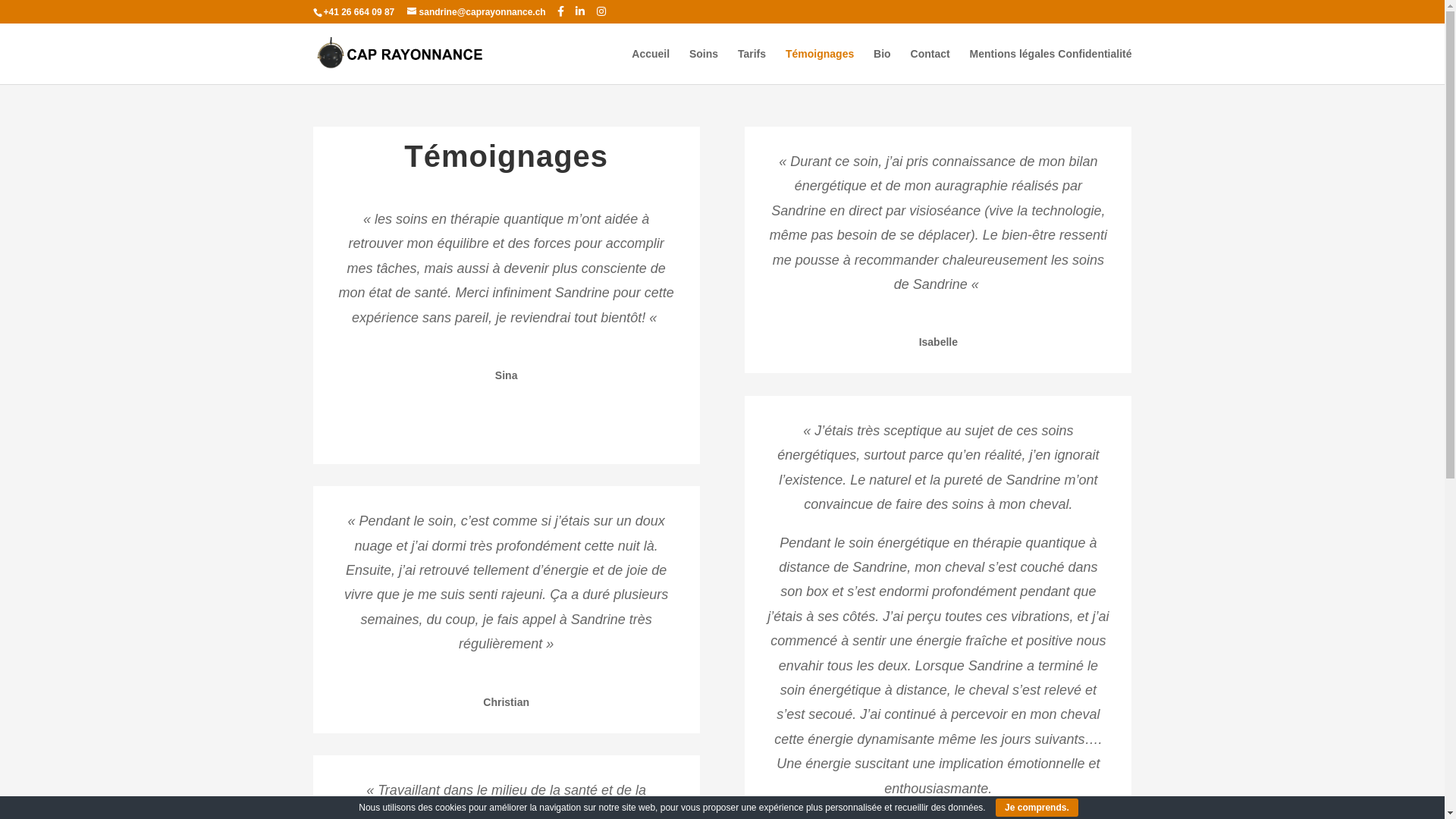 The width and height of the screenshot is (1456, 819). What do you see at coordinates (996, 806) in the screenshot?
I see `'Je comprends.'` at bounding box center [996, 806].